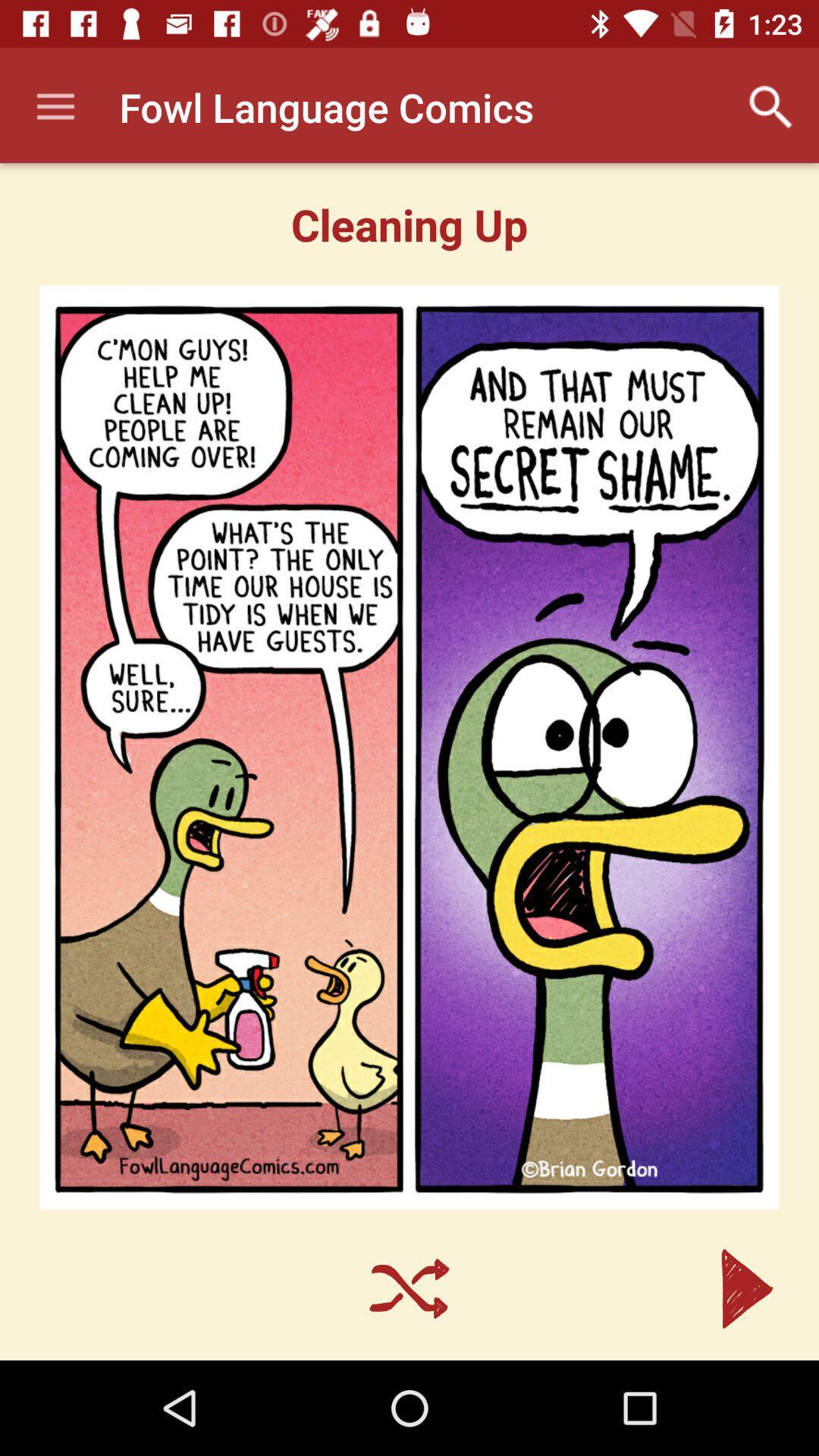 This screenshot has width=819, height=1456. I want to click on the app next to fowl language comics item, so click(55, 106).